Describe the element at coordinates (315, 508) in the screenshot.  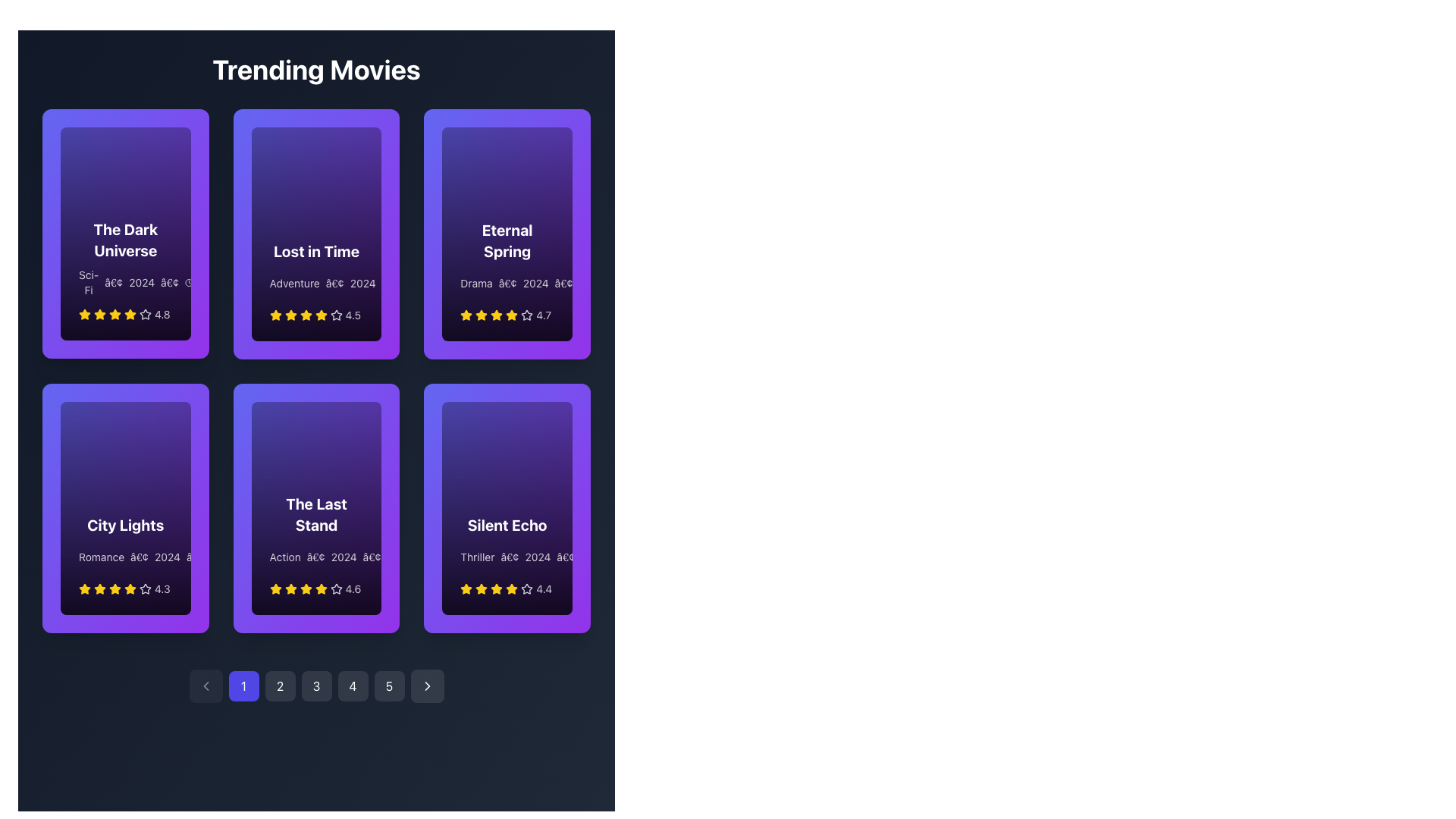
I see `the movie card located in the middle column of the second row` at that location.